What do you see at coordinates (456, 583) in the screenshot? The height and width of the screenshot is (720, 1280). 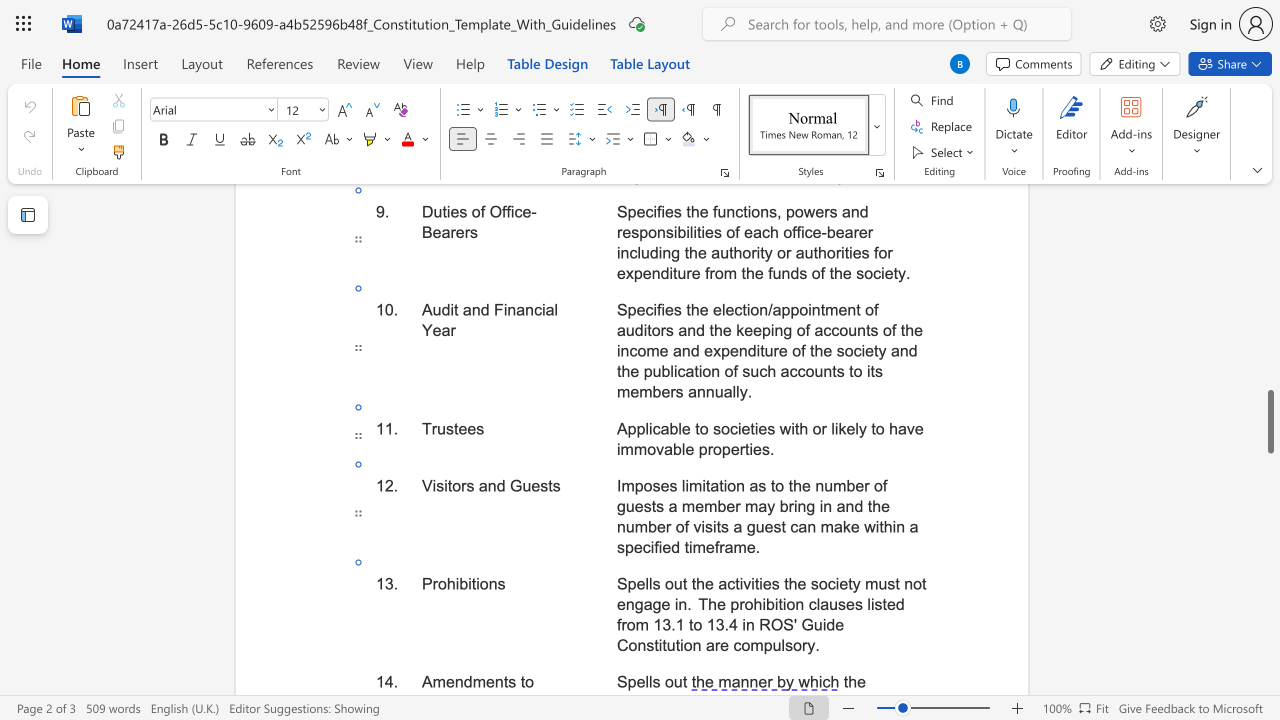 I see `the 1th character "i" in the text` at bounding box center [456, 583].